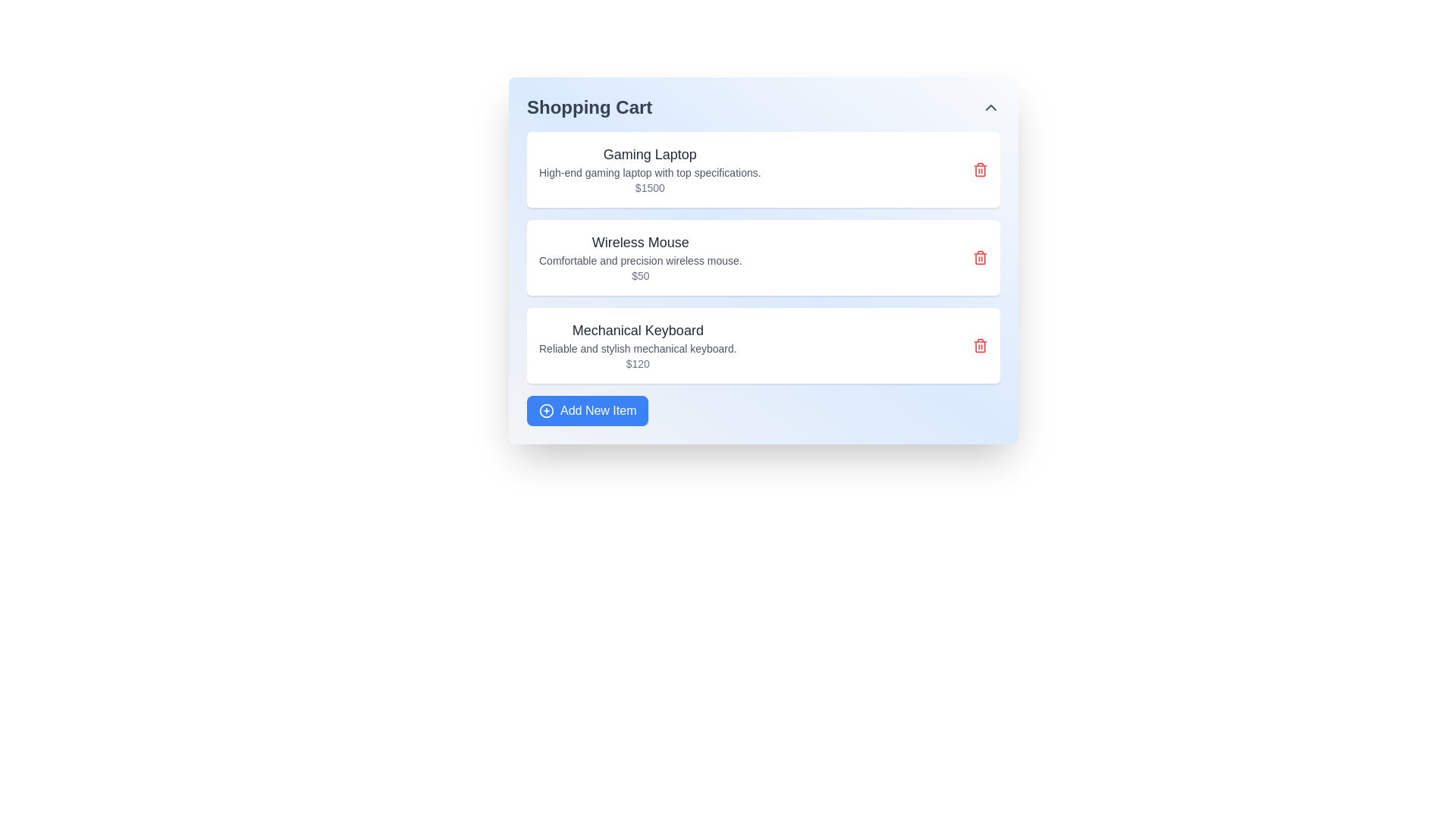  What do you see at coordinates (546, 411) in the screenshot?
I see `the icon representing the functionality of adding a new item to the shopping cart, located at the bottom-left corner of the 'Add New Item' button` at bounding box center [546, 411].